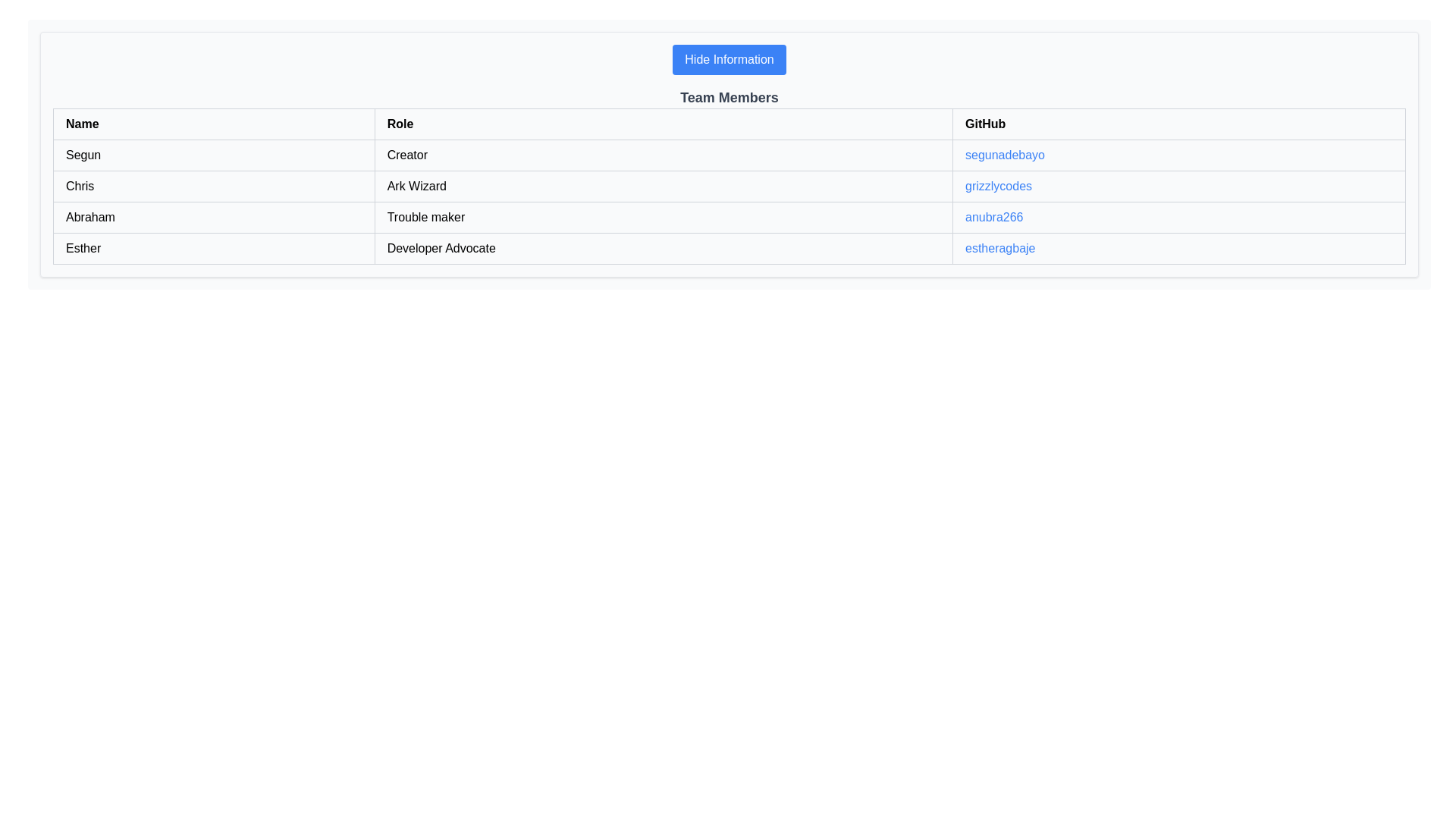  I want to click on the hyperlink 'estheragbaje' located in the bottom-most row of the table under the 'GitHub' column, so click(1000, 247).